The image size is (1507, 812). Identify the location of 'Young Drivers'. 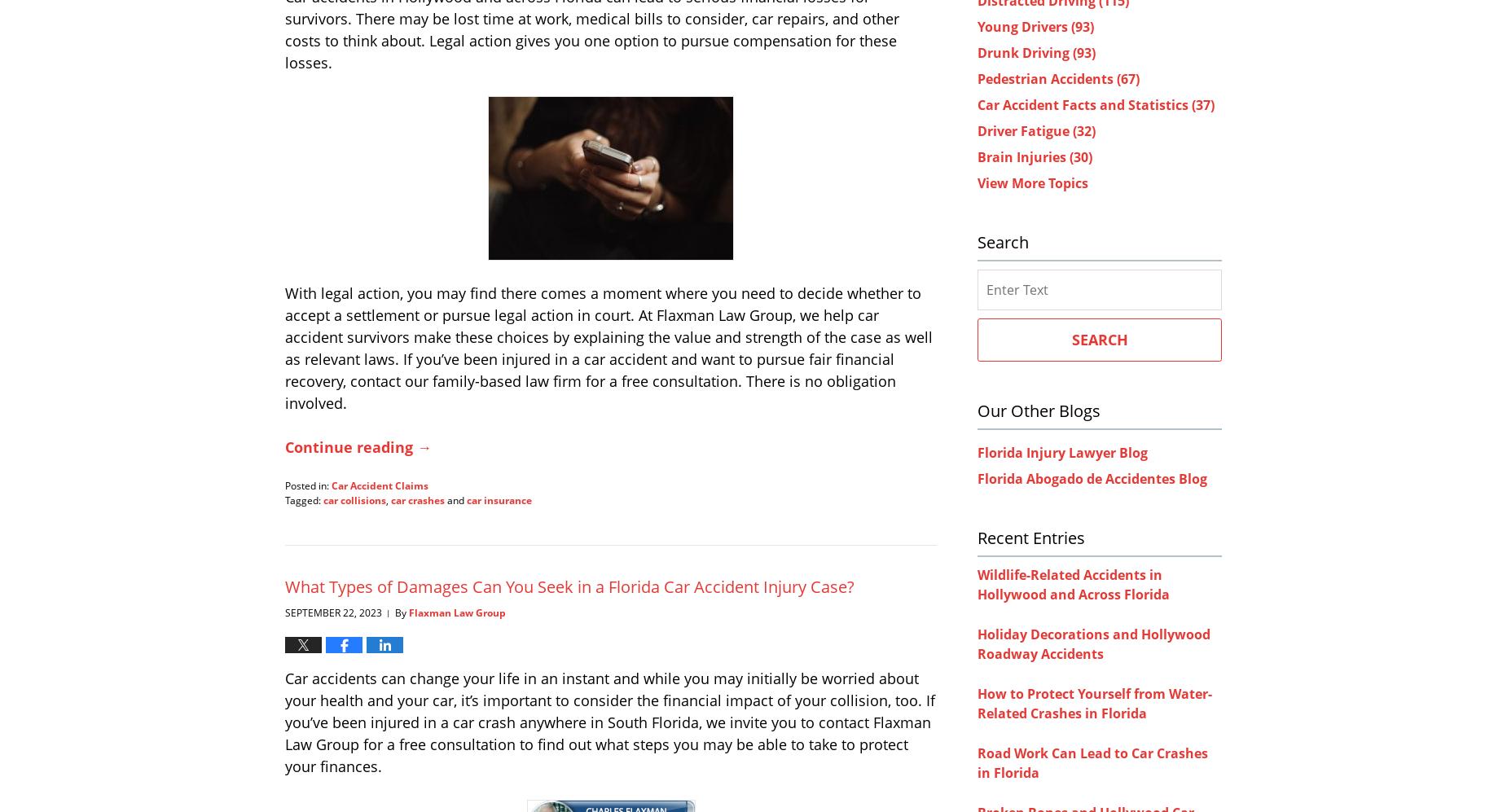
(976, 26).